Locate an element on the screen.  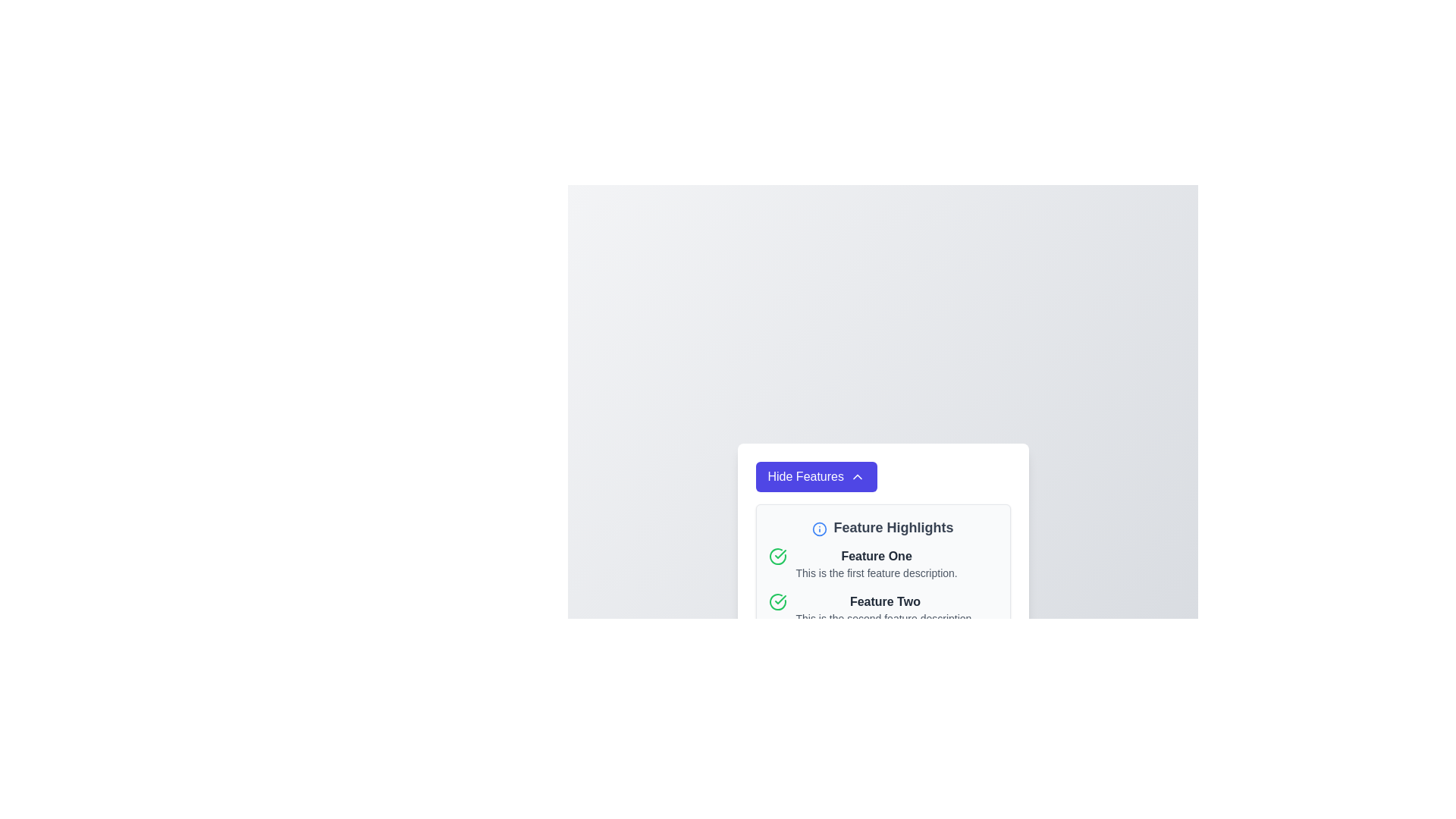
the icon that indicates the status of 'Feature One', which is positioned to the left of the 'Feature One' label is located at coordinates (777, 601).